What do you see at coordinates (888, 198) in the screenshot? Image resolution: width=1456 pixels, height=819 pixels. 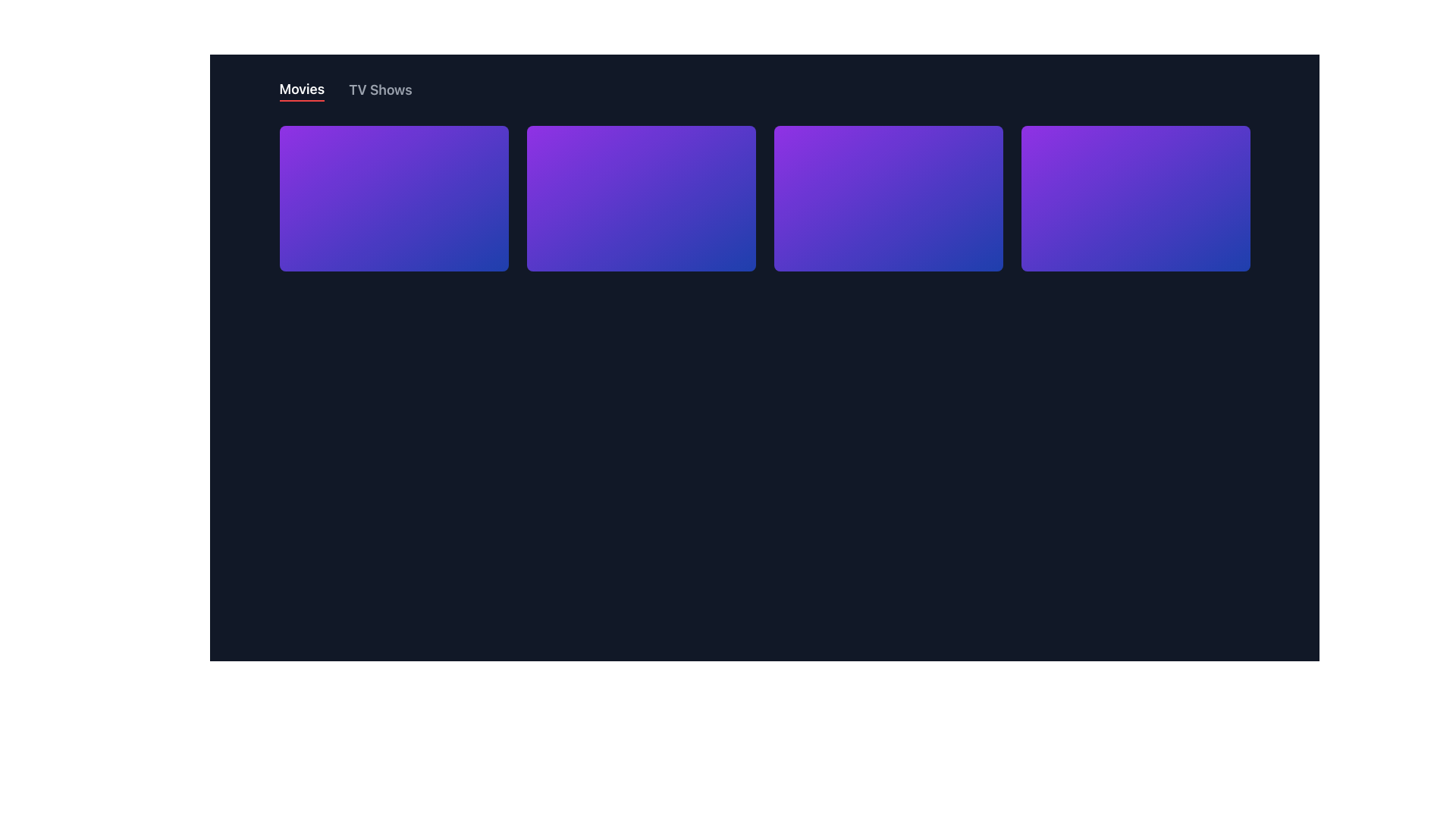 I see `the third card` at bounding box center [888, 198].